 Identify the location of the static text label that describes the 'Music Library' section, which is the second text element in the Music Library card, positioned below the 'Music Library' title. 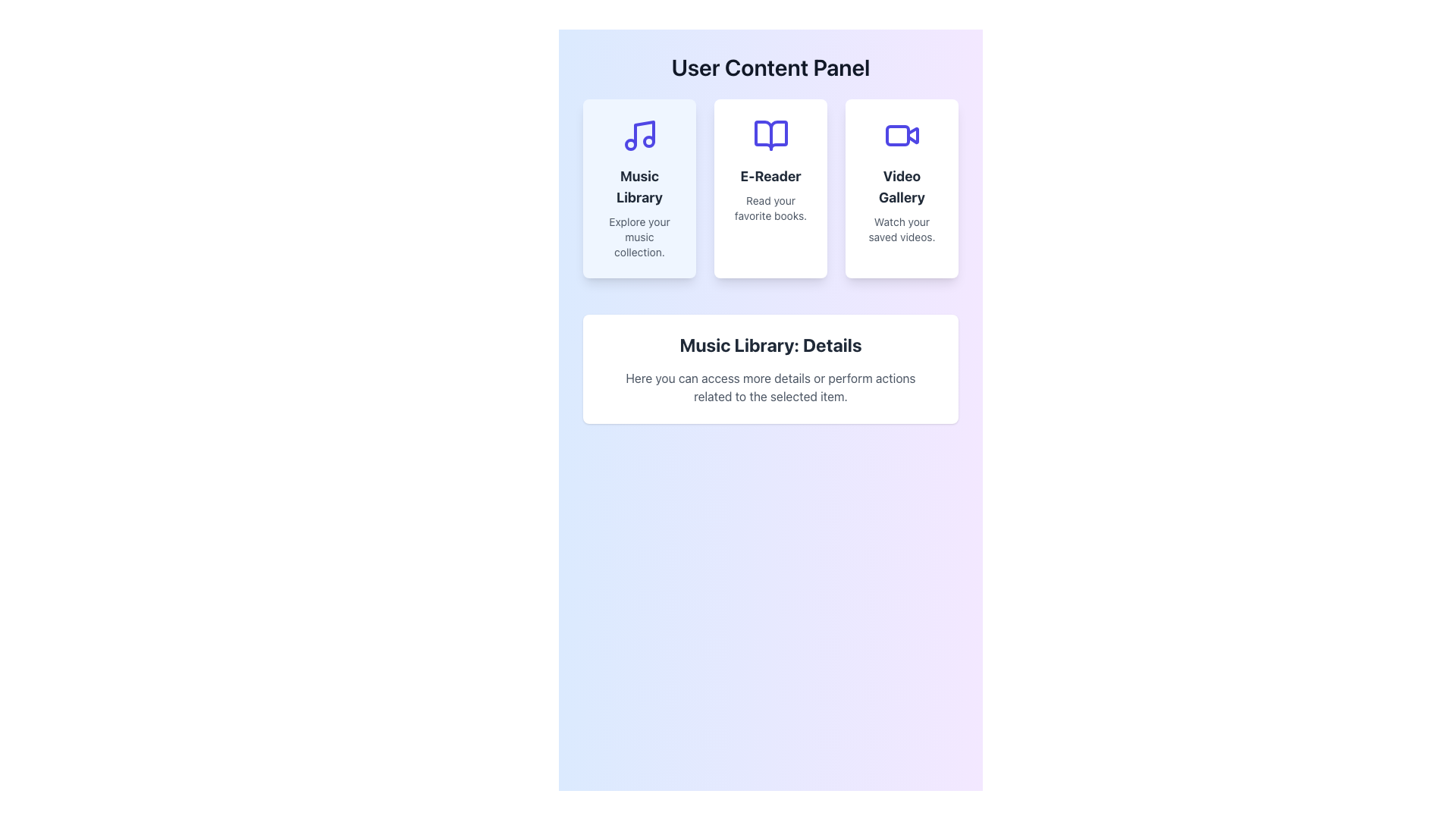
(639, 237).